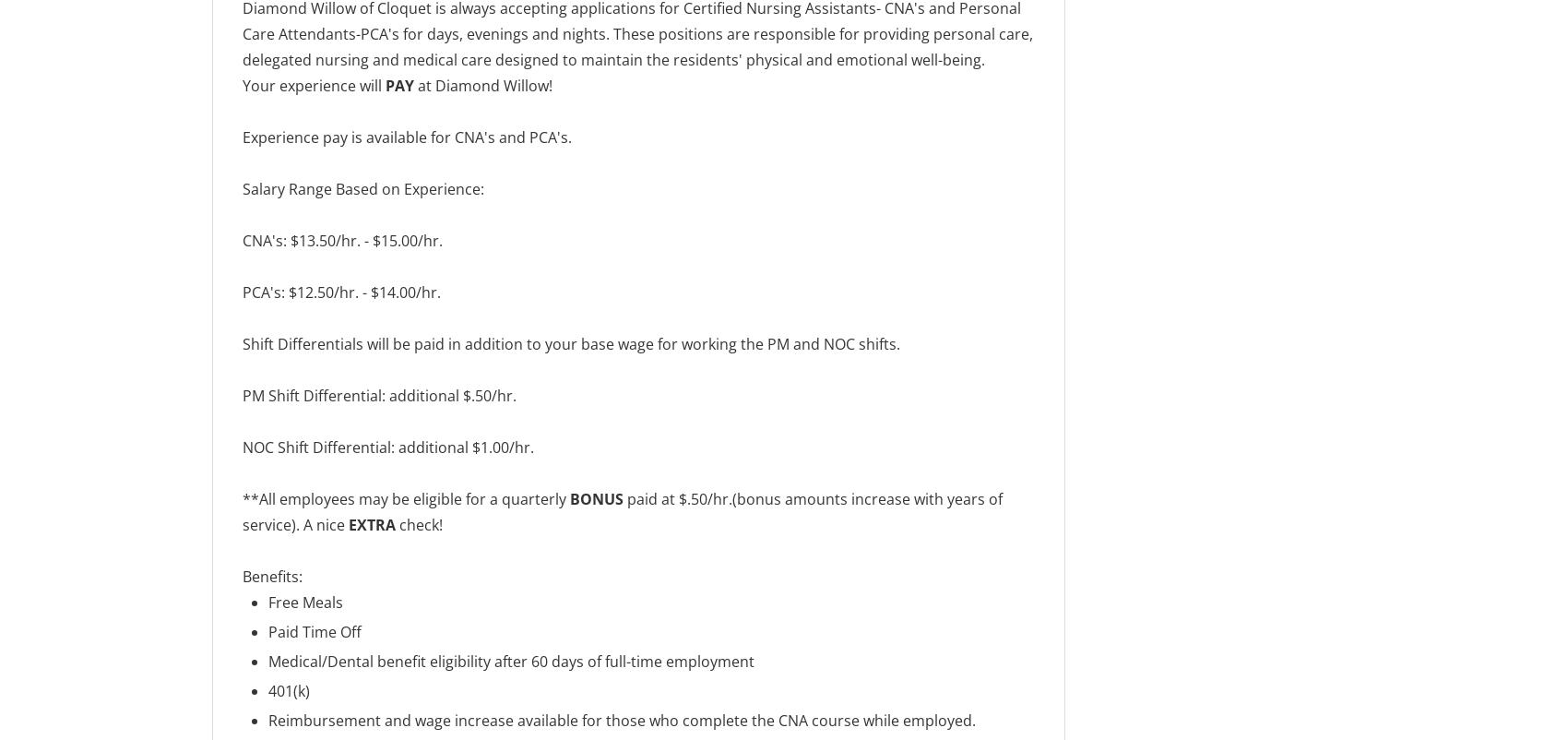  I want to click on 'PCA's: $12.50/hr. - $14.00/hr.', so click(340, 292).